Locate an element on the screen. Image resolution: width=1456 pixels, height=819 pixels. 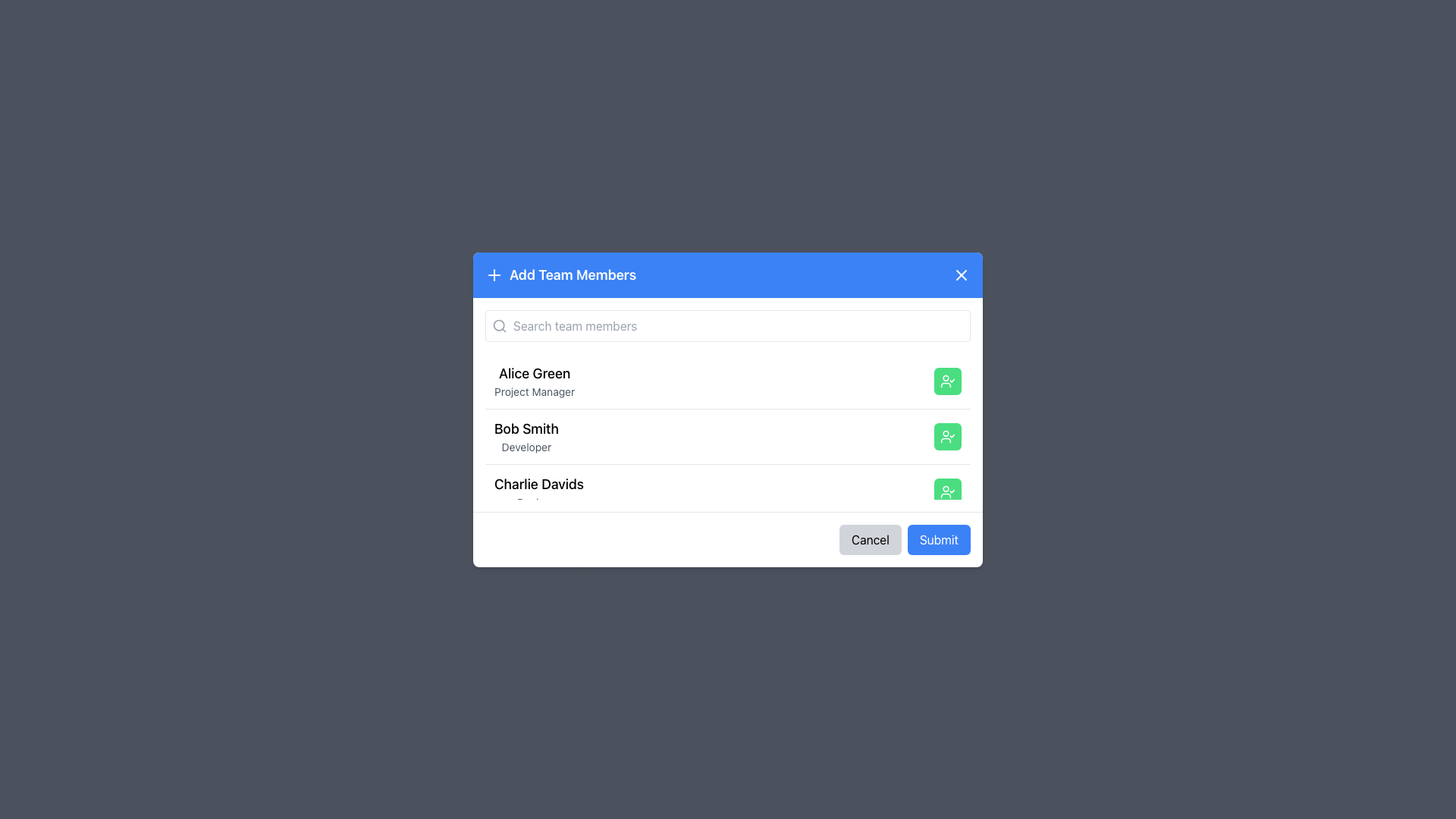
an individual item in the scrollable list of team members within the 'Add Team Members' modal is located at coordinates (728, 426).